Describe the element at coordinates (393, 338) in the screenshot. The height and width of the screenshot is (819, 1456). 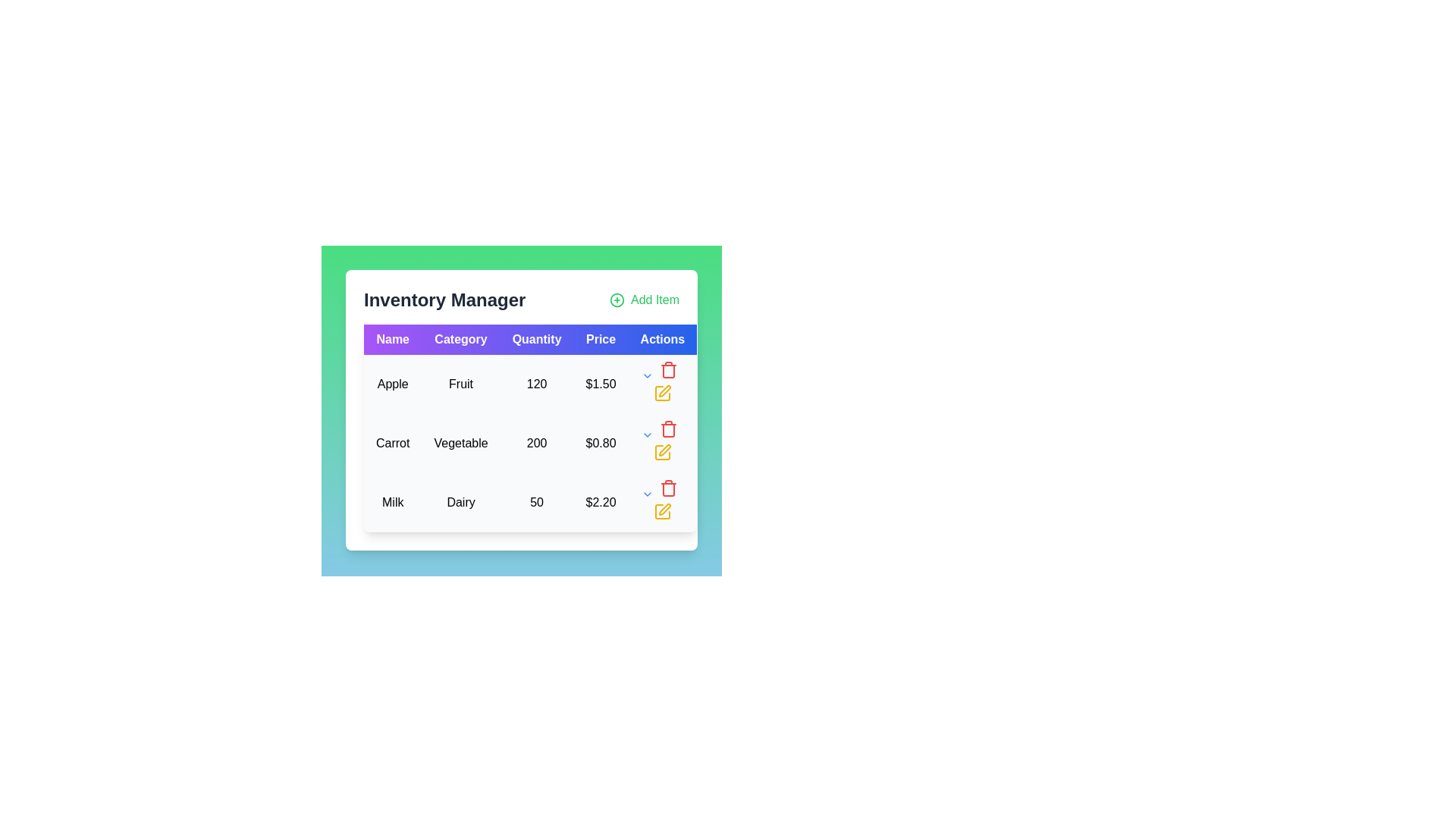
I see `the 'Name' column header label, which is the first column header in the table containing headers 'Name', 'Category', 'Quantity', 'Price', and 'Actions'` at that location.